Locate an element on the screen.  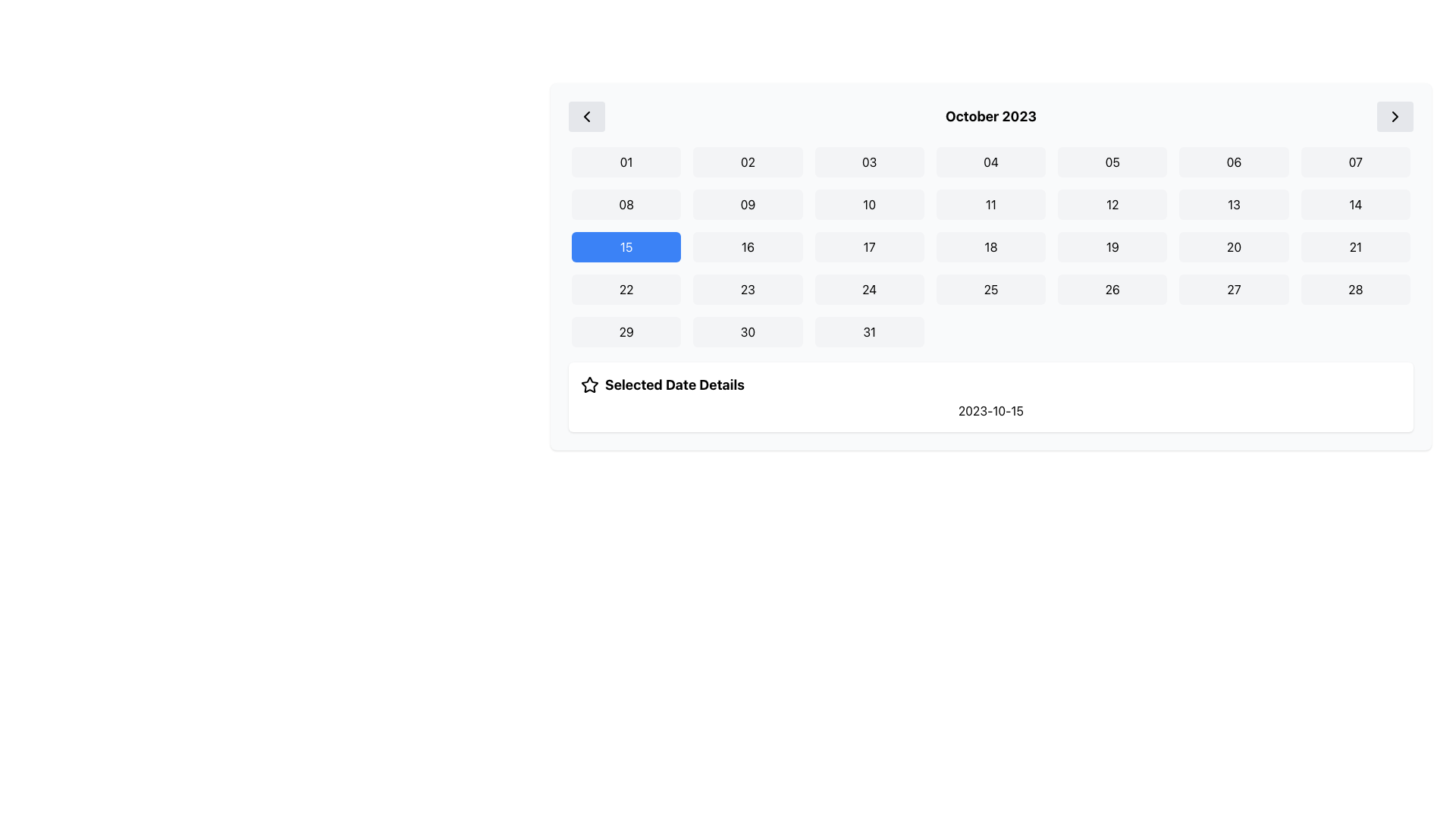
the button displaying the number '30', located at the bottom-right corner of the calendar widget is located at coordinates (748, 331).